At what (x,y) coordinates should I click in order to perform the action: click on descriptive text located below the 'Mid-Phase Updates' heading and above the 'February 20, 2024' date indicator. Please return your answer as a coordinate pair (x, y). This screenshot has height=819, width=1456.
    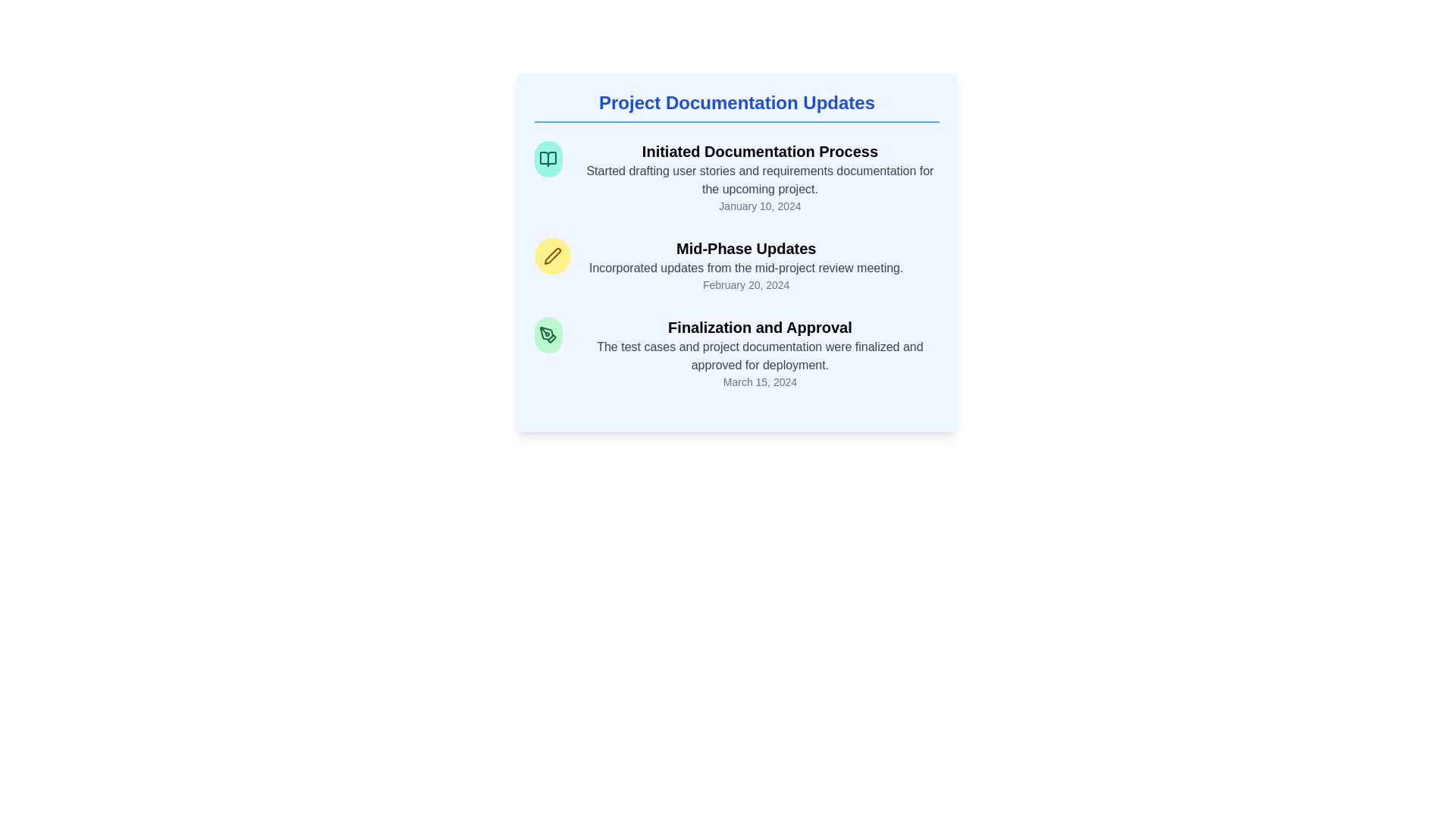
    Looking at the image, I should click on (746, 268).